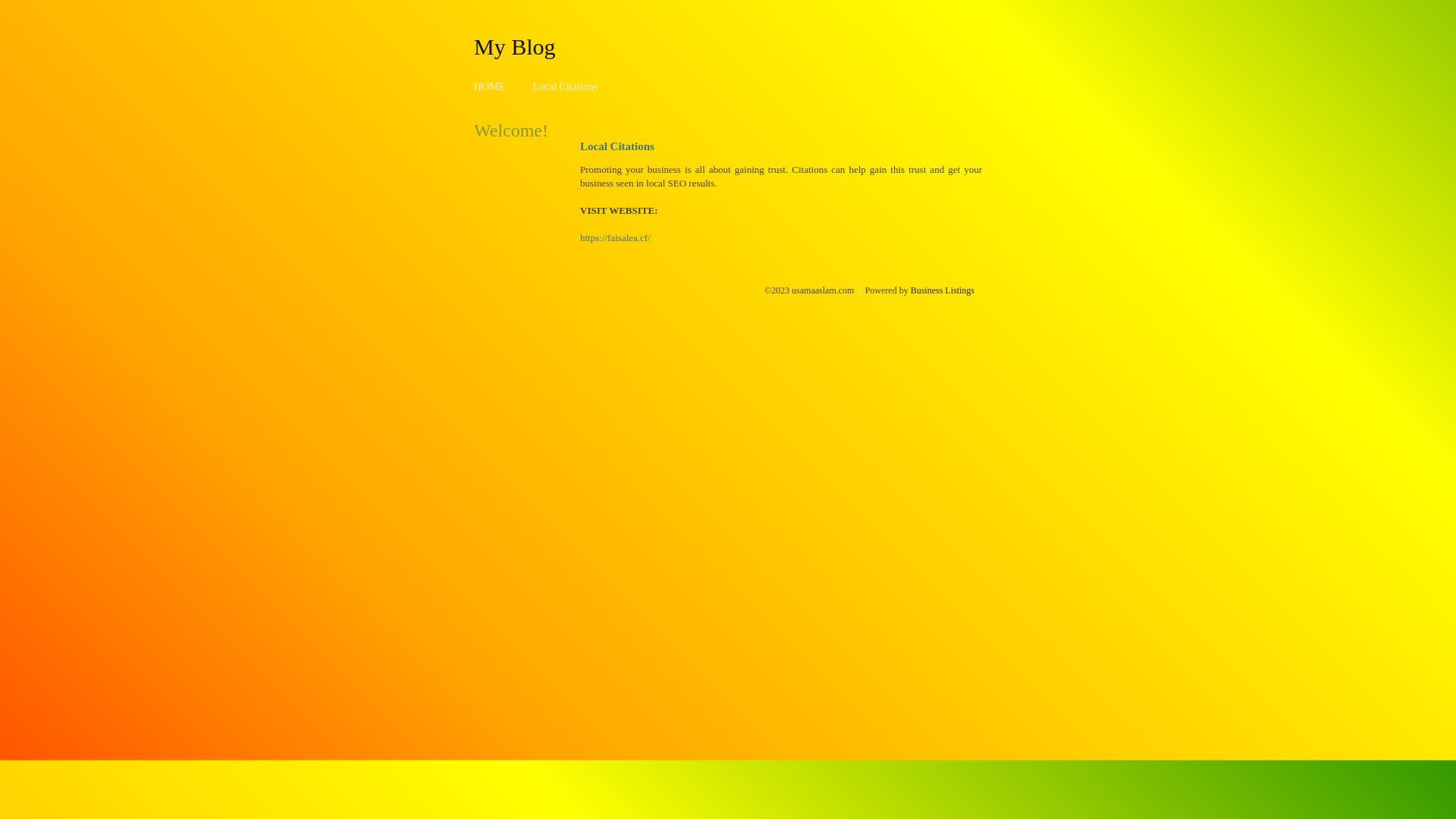  What do you see at coordinates (942, 290) in the screenshot?
I see `'Business Listings'` at bounding box center [942, 290].